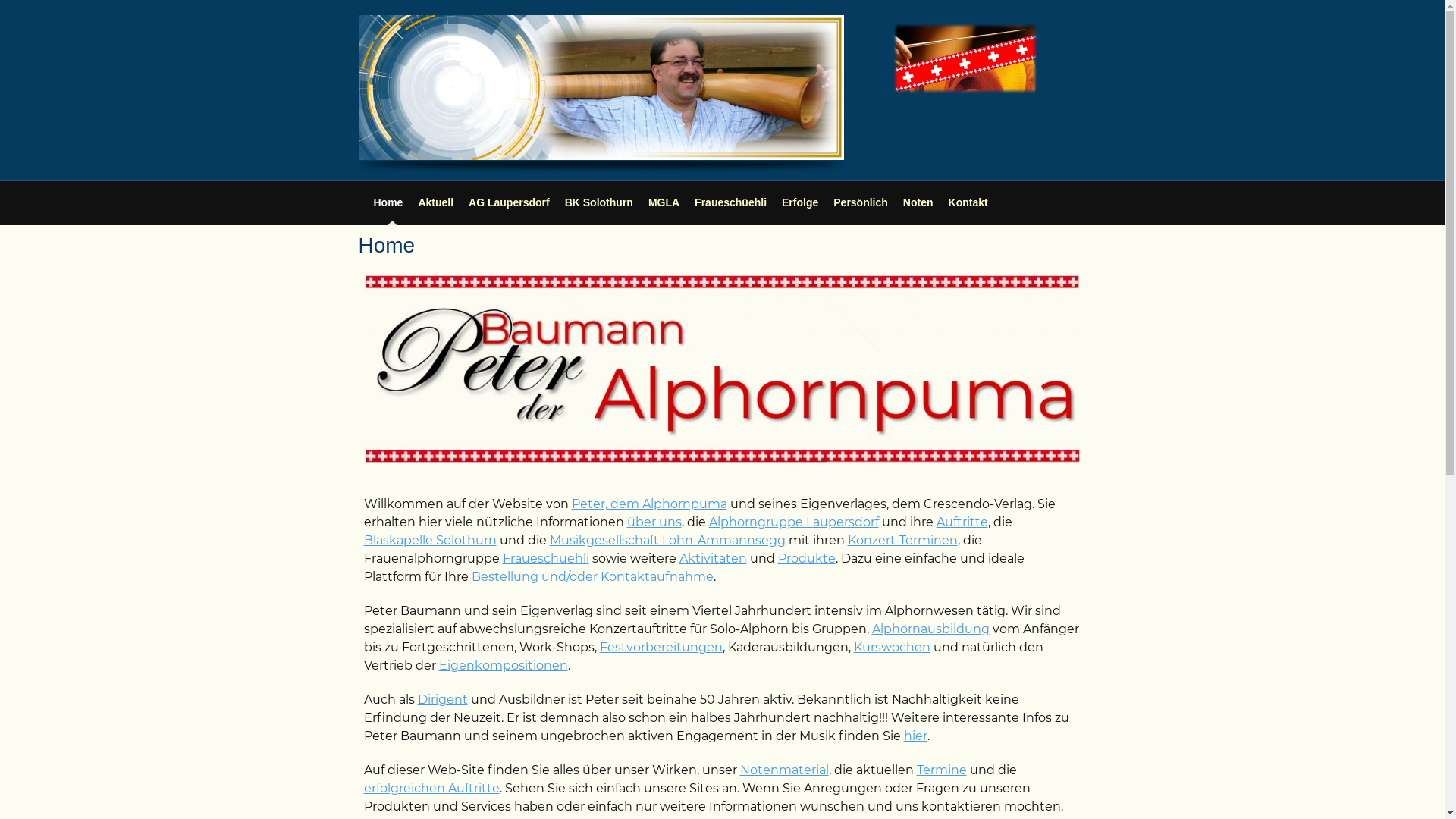  Describe the element at coordinates (598, 201) in the screenshot. I see `'BK Solothurn'` at that location.